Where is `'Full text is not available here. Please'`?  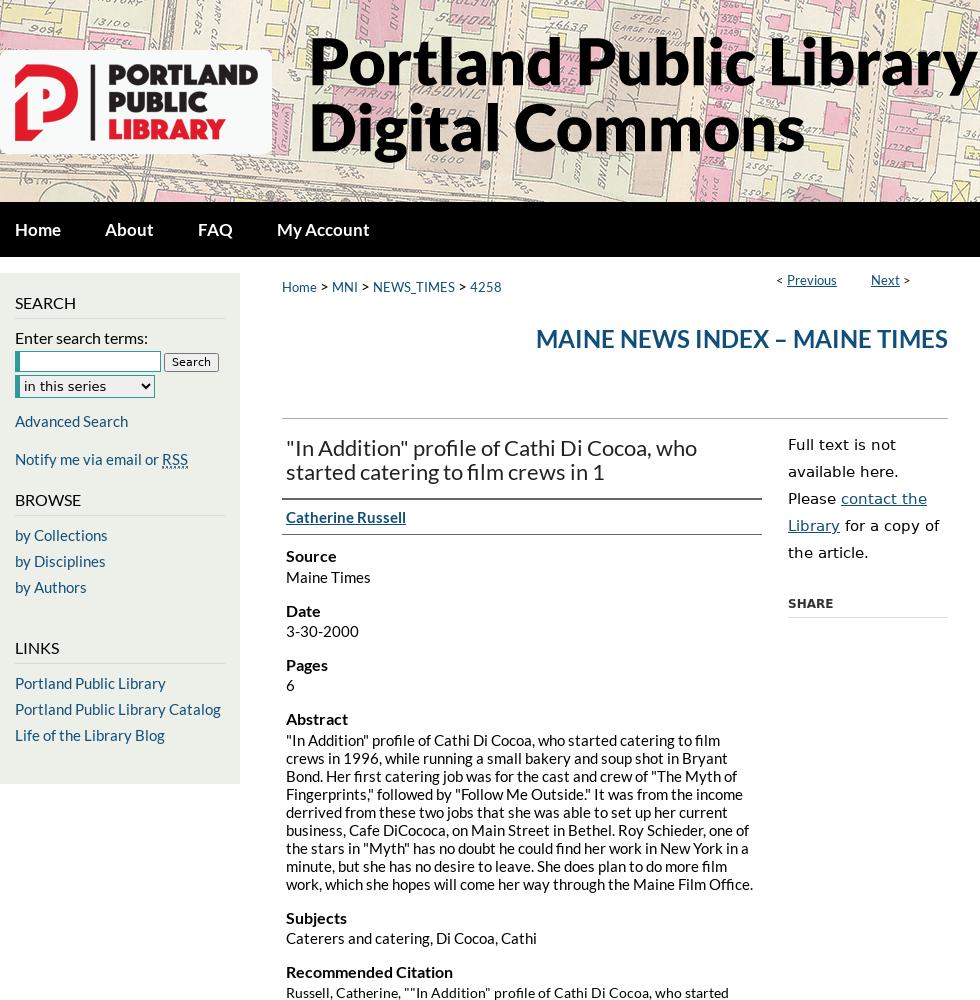
'Full text is not available here. Please' is located at coordinates (843, 471).